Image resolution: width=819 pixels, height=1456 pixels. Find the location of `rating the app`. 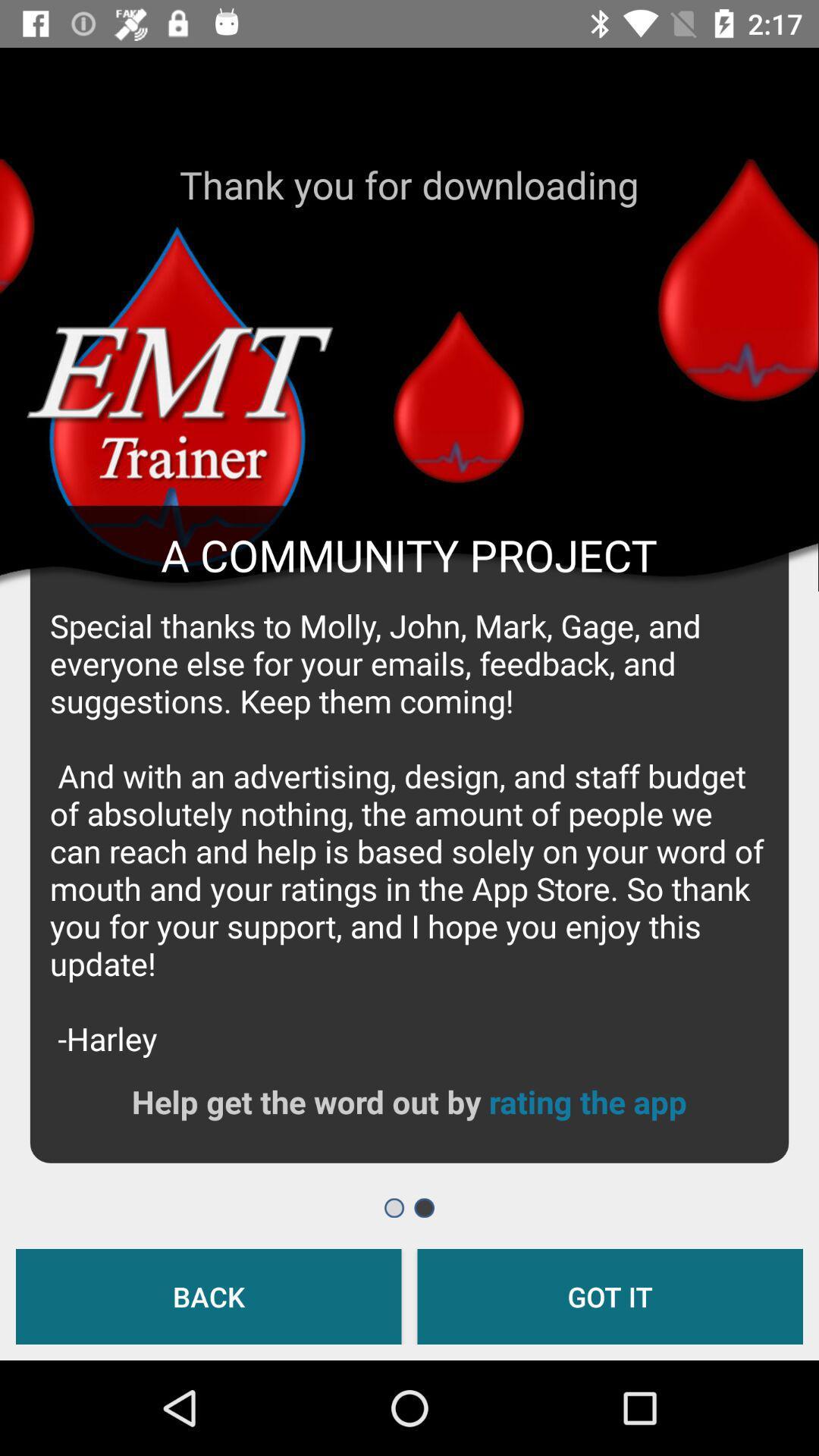

rating the app is located at coordinates (587, 1101).